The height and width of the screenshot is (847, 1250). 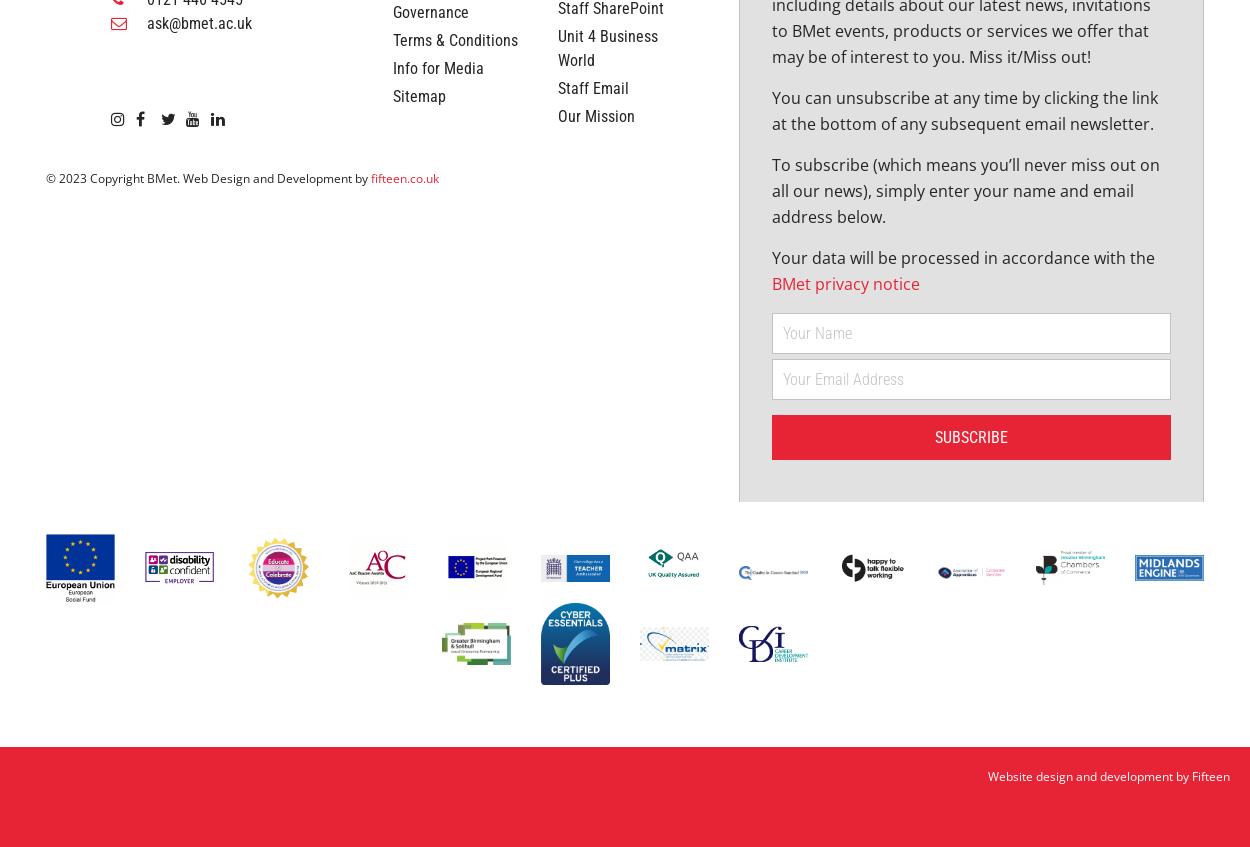 I want to click on 'Terms & Conditions', so click(x=392, y=185).